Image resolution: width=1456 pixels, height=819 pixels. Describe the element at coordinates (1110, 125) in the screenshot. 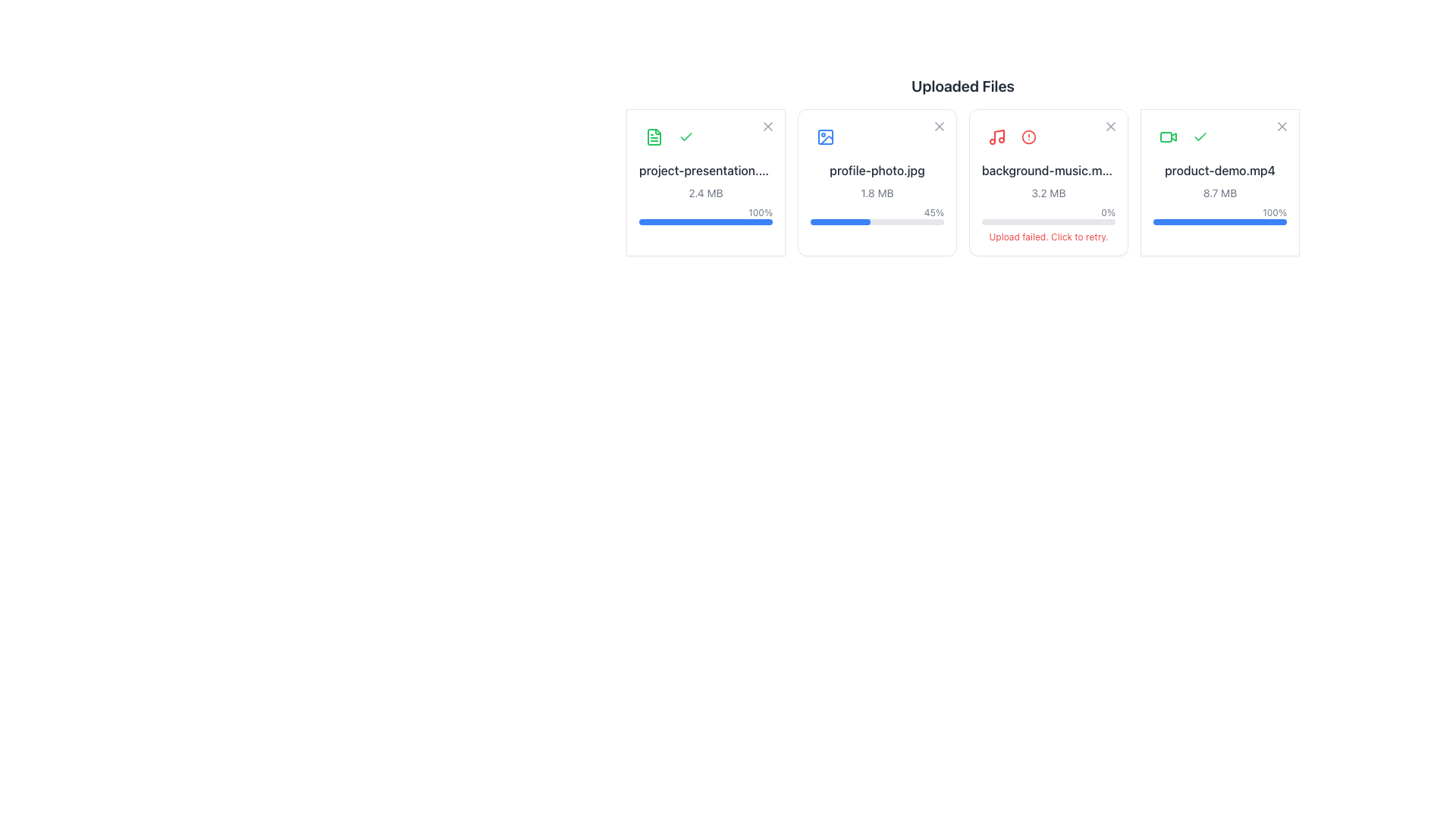

I see `the remove button icon located in the top-right corner of the file card for 'background-music.mp3'` at that location.